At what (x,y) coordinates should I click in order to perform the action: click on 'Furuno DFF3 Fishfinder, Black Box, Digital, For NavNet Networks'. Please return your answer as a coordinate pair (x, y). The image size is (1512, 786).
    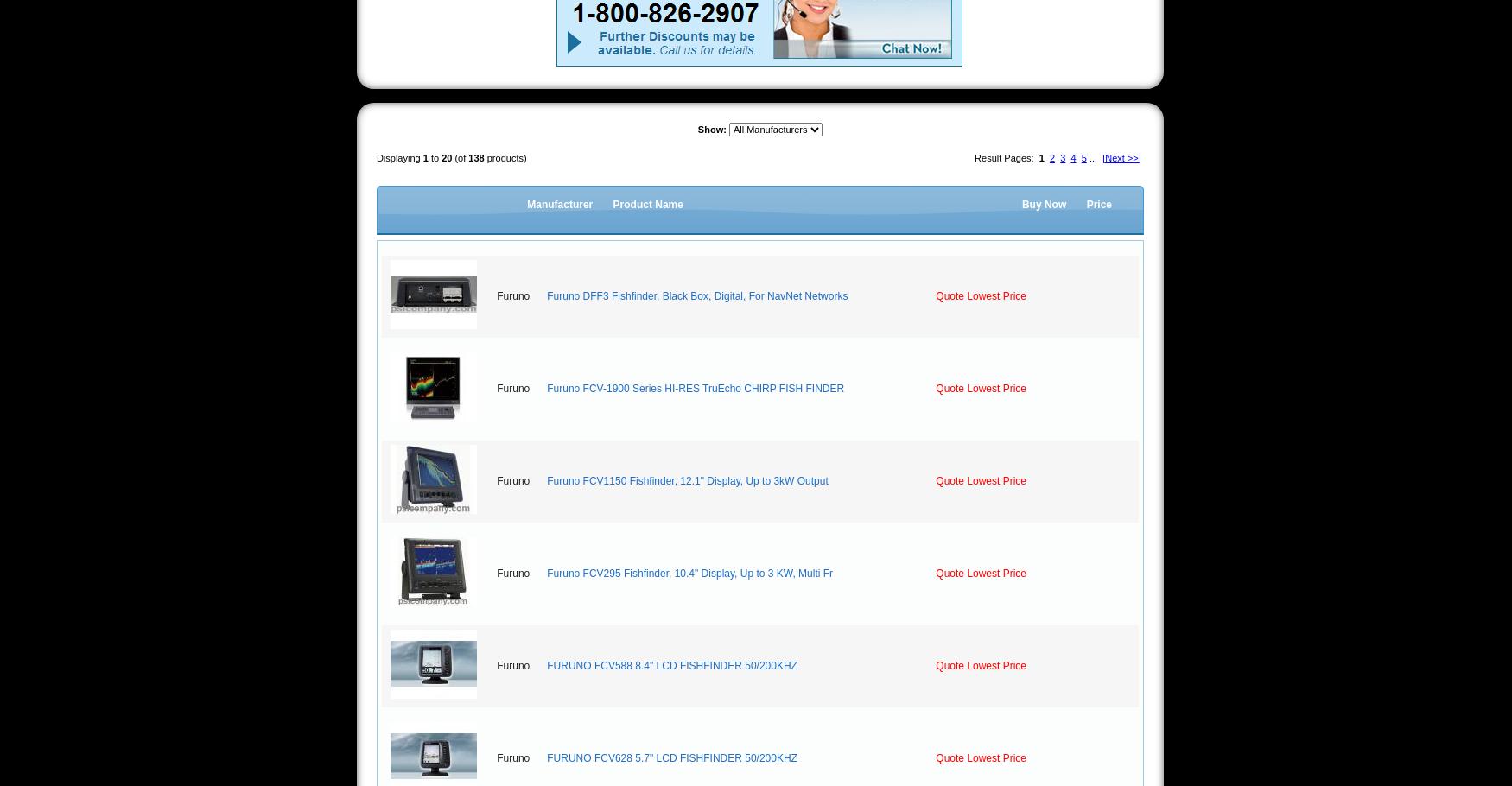
    Looking at the image, I should click on (696, 295).